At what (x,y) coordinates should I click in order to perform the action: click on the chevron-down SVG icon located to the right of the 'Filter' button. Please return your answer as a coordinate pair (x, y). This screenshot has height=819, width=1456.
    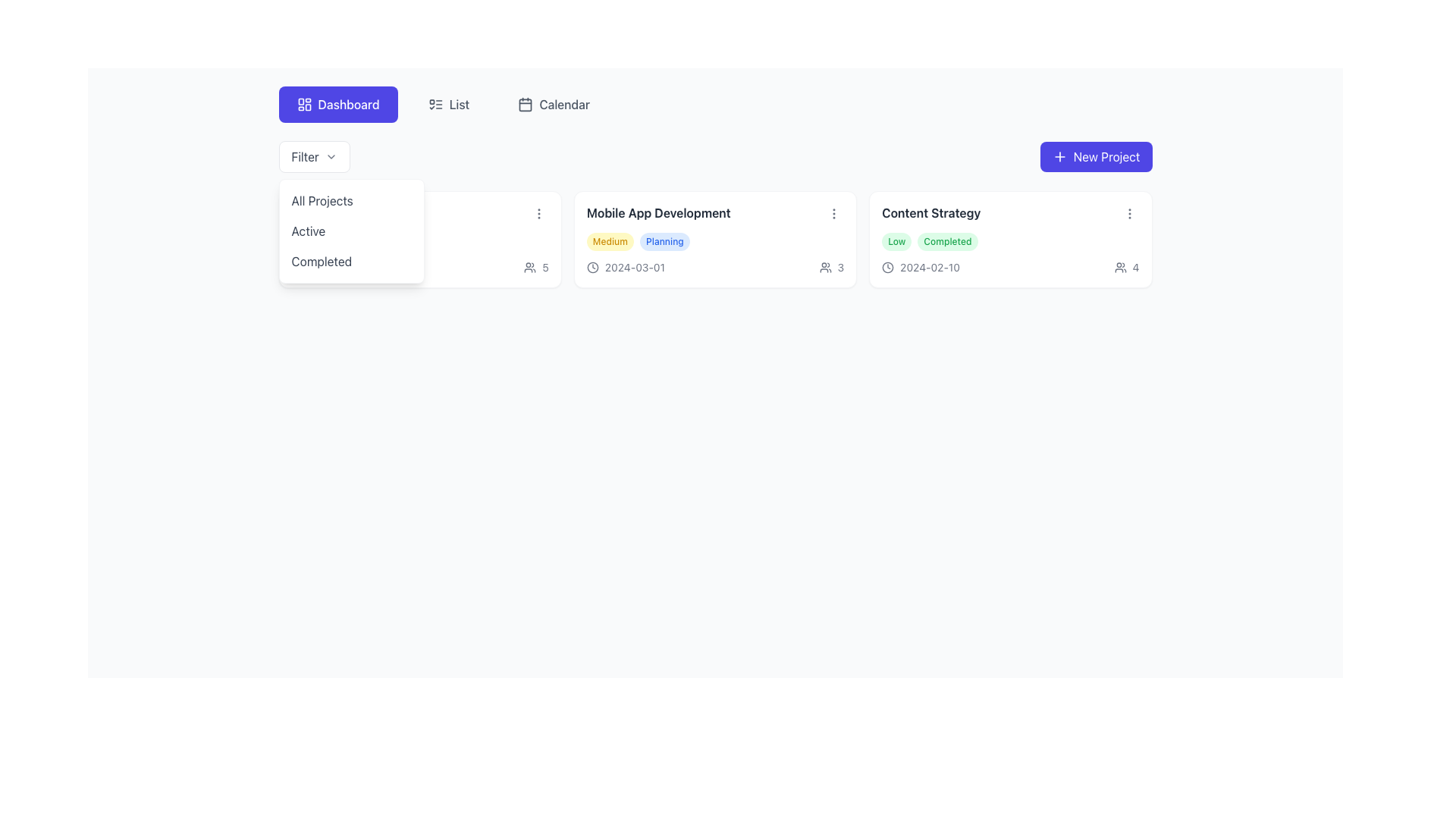
    Looking at the image, I should click on (330, 157).